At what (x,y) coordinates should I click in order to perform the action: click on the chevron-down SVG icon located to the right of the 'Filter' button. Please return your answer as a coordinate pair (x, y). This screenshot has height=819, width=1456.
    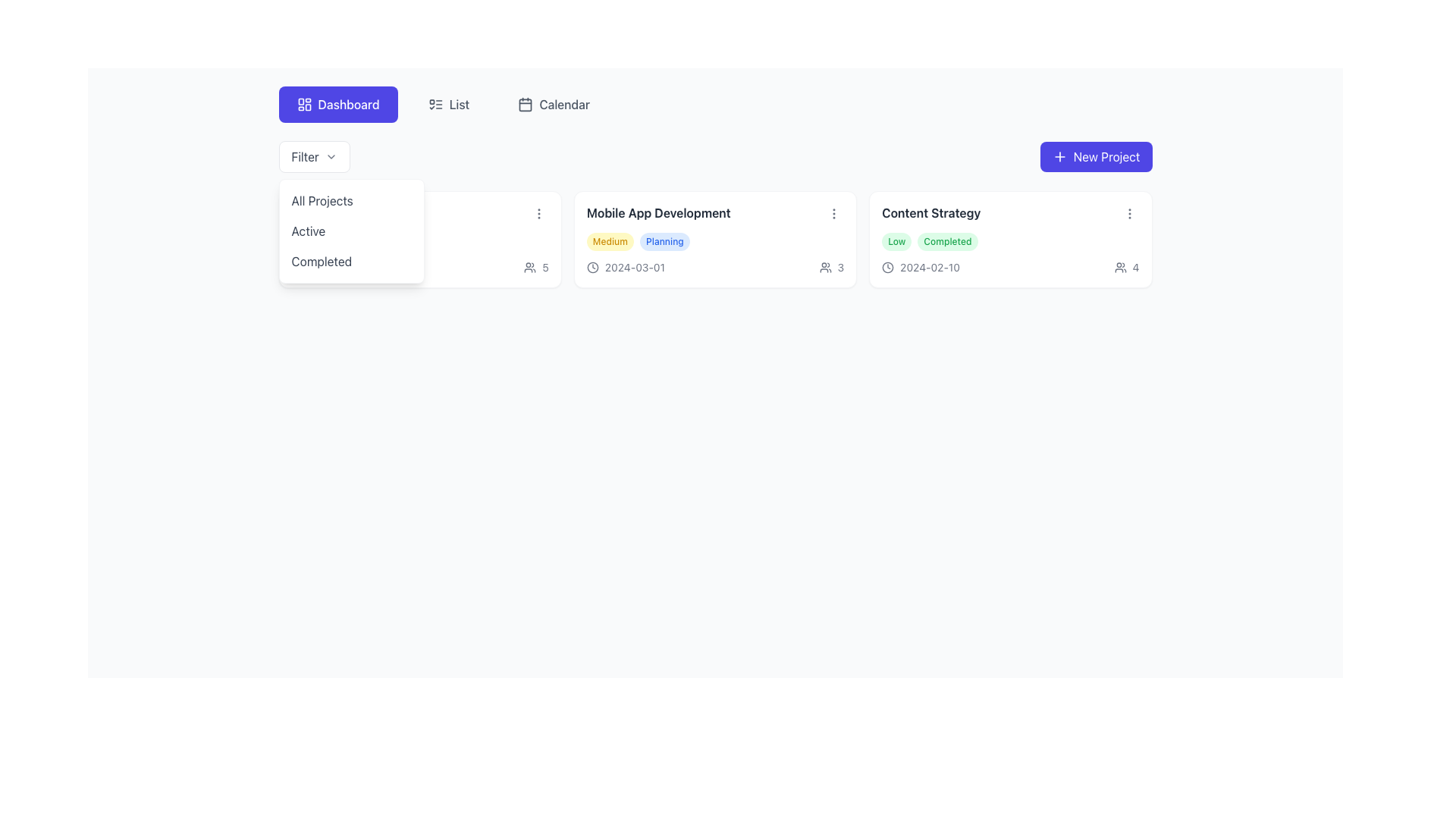
    Looking at the image, I should click on (330, 157).